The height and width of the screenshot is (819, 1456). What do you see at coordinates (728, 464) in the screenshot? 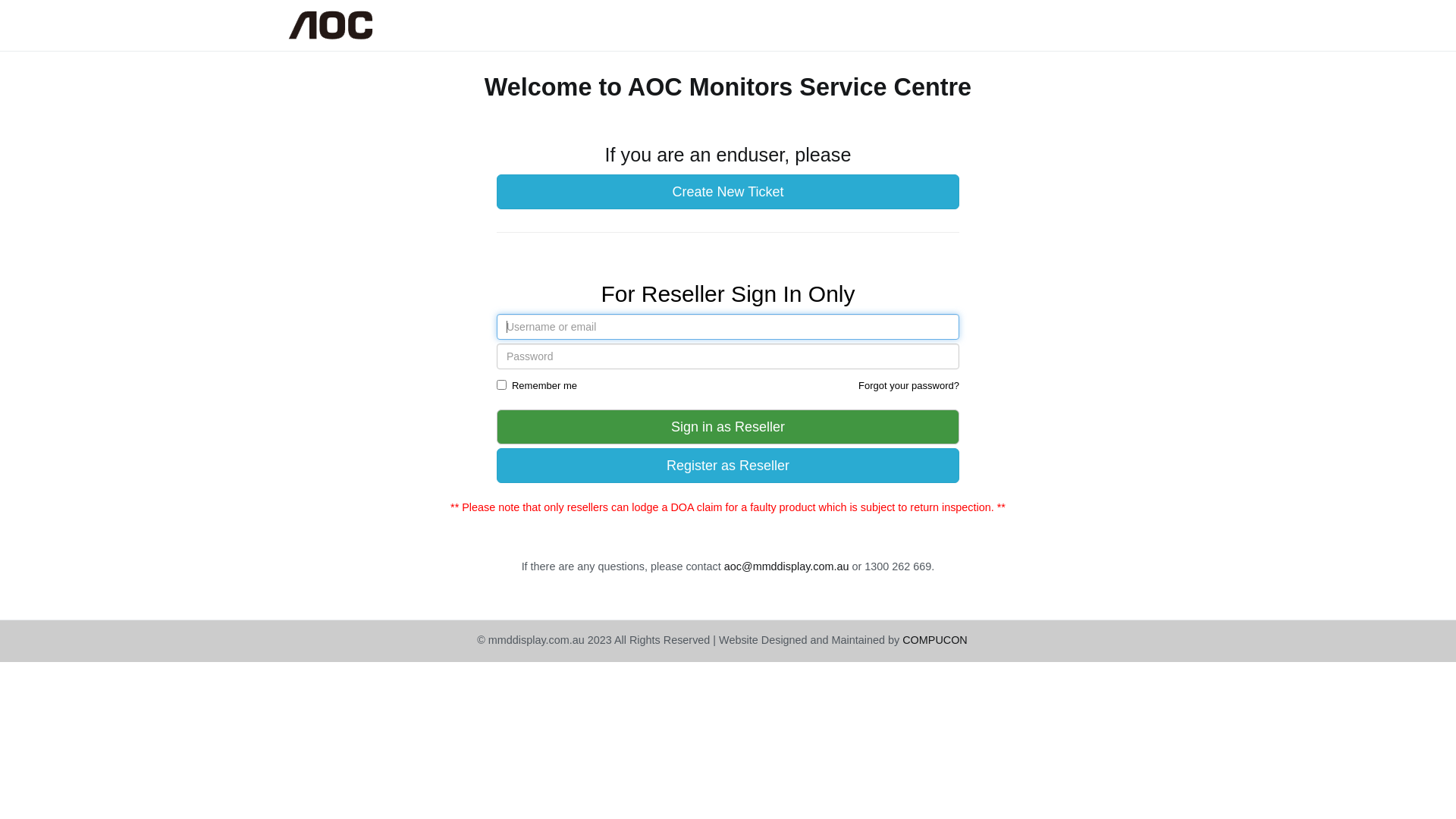
I see `'Register as Reseller'` at bounding box center [728, 464].